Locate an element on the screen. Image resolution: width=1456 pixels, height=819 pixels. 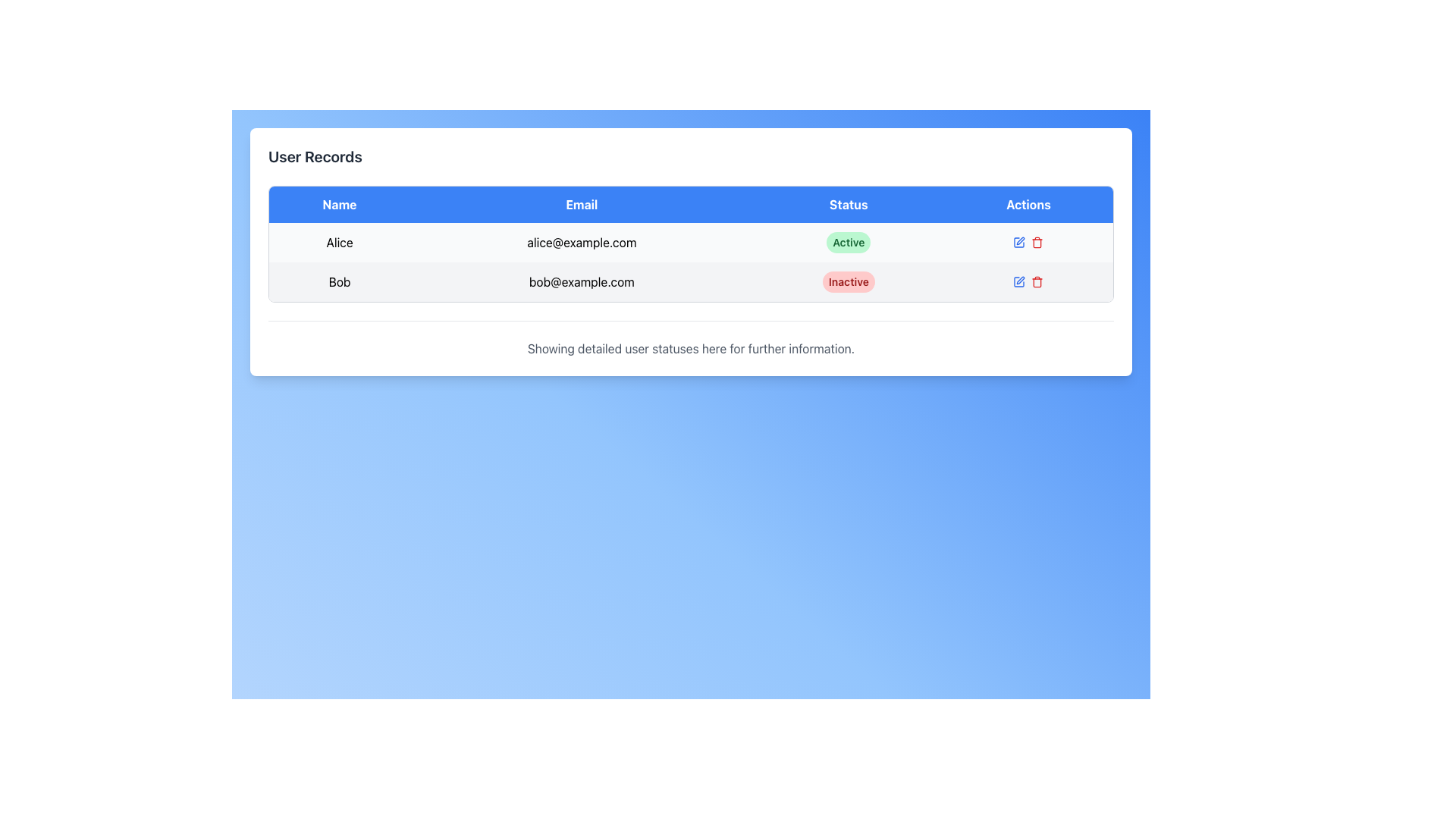
the text label displaying 'Showing detailed user statuses here for further information.' located below the user table to read it is located at coordinates (690, 348).